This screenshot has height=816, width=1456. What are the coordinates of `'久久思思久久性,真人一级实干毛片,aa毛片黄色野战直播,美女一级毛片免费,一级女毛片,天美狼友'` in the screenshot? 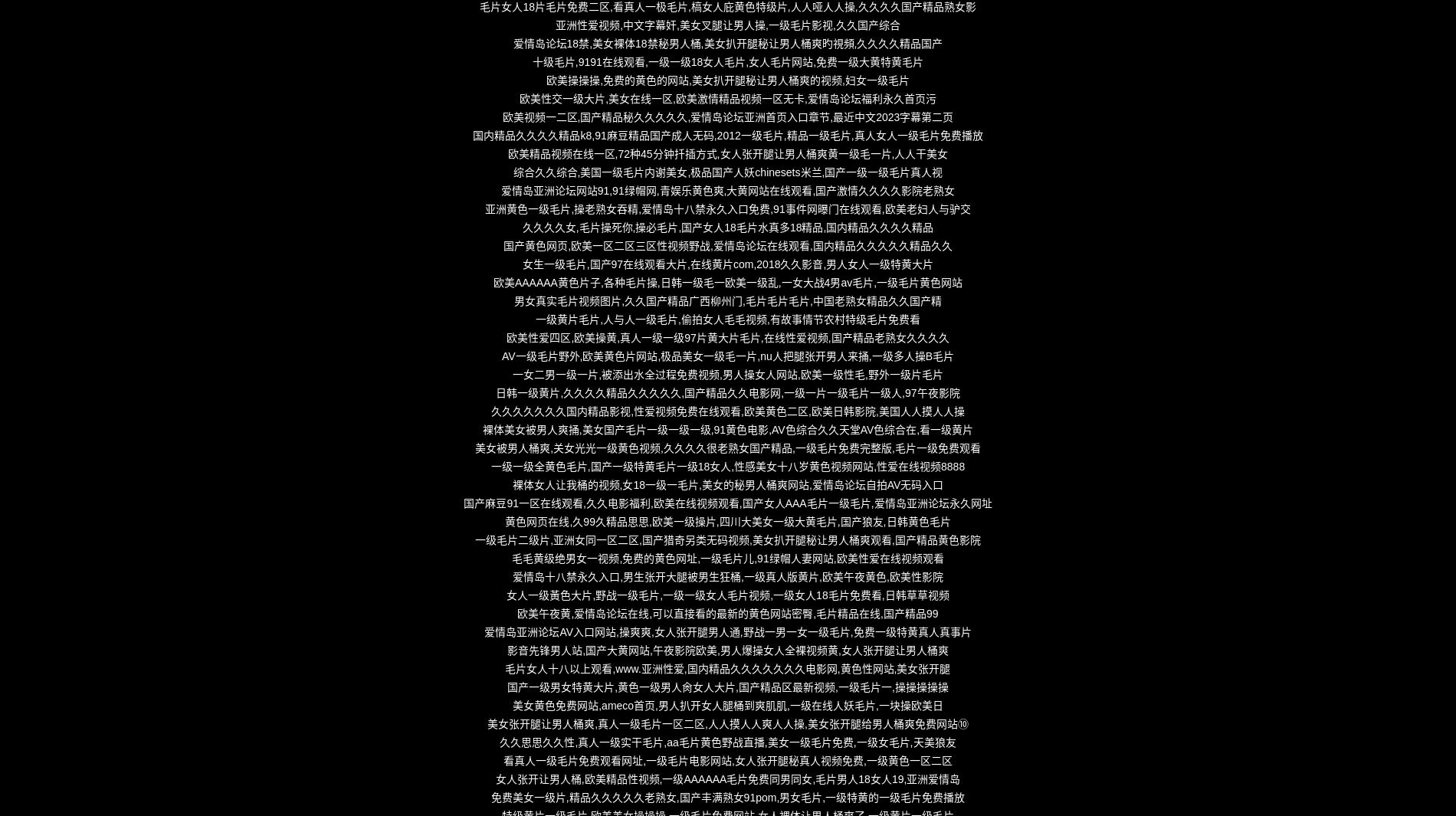 It's located at (726, 742).